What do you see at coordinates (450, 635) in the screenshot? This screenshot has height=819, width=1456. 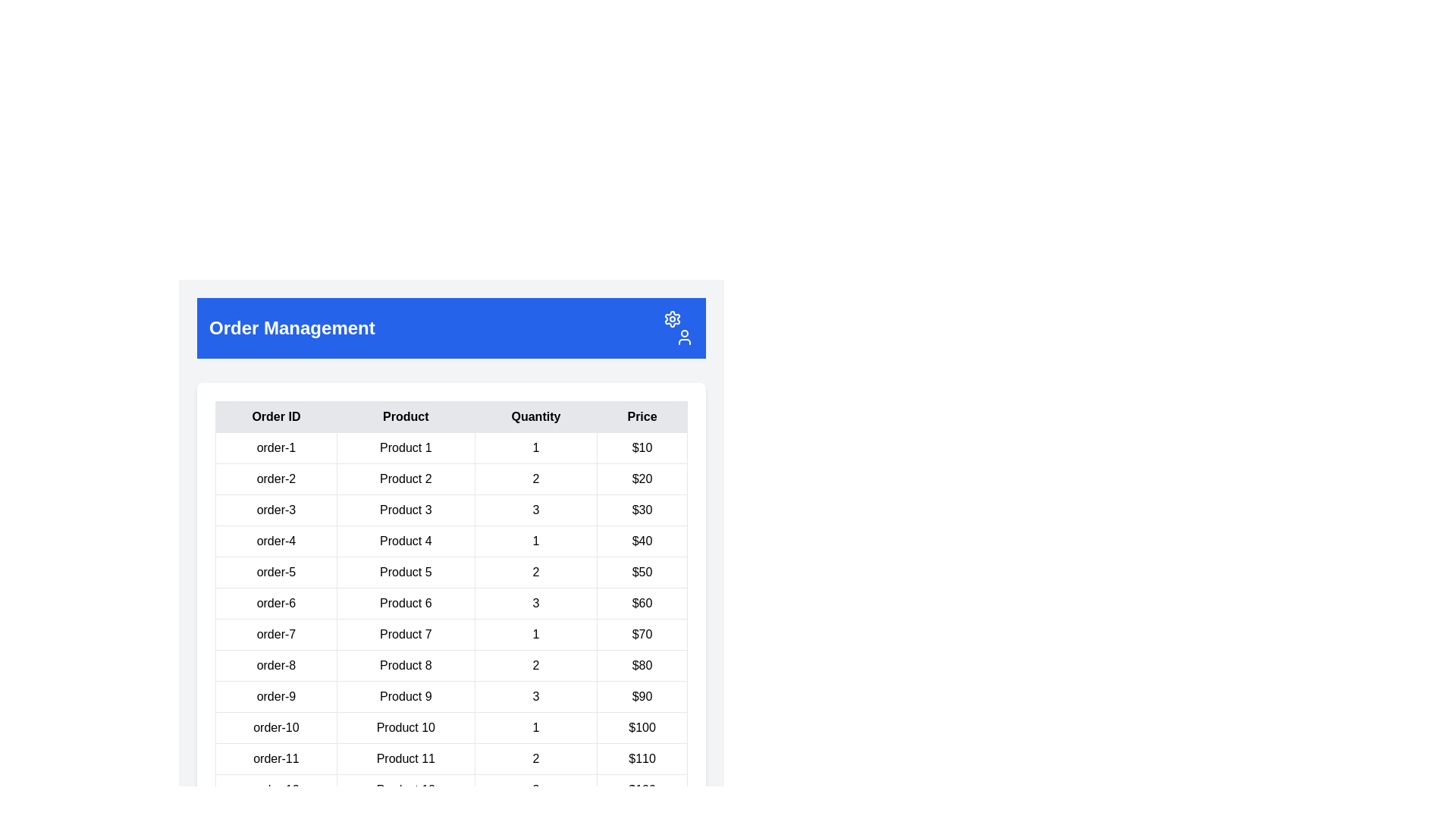 I see `the seventh row of the order table` at bounding box center [450, 635].